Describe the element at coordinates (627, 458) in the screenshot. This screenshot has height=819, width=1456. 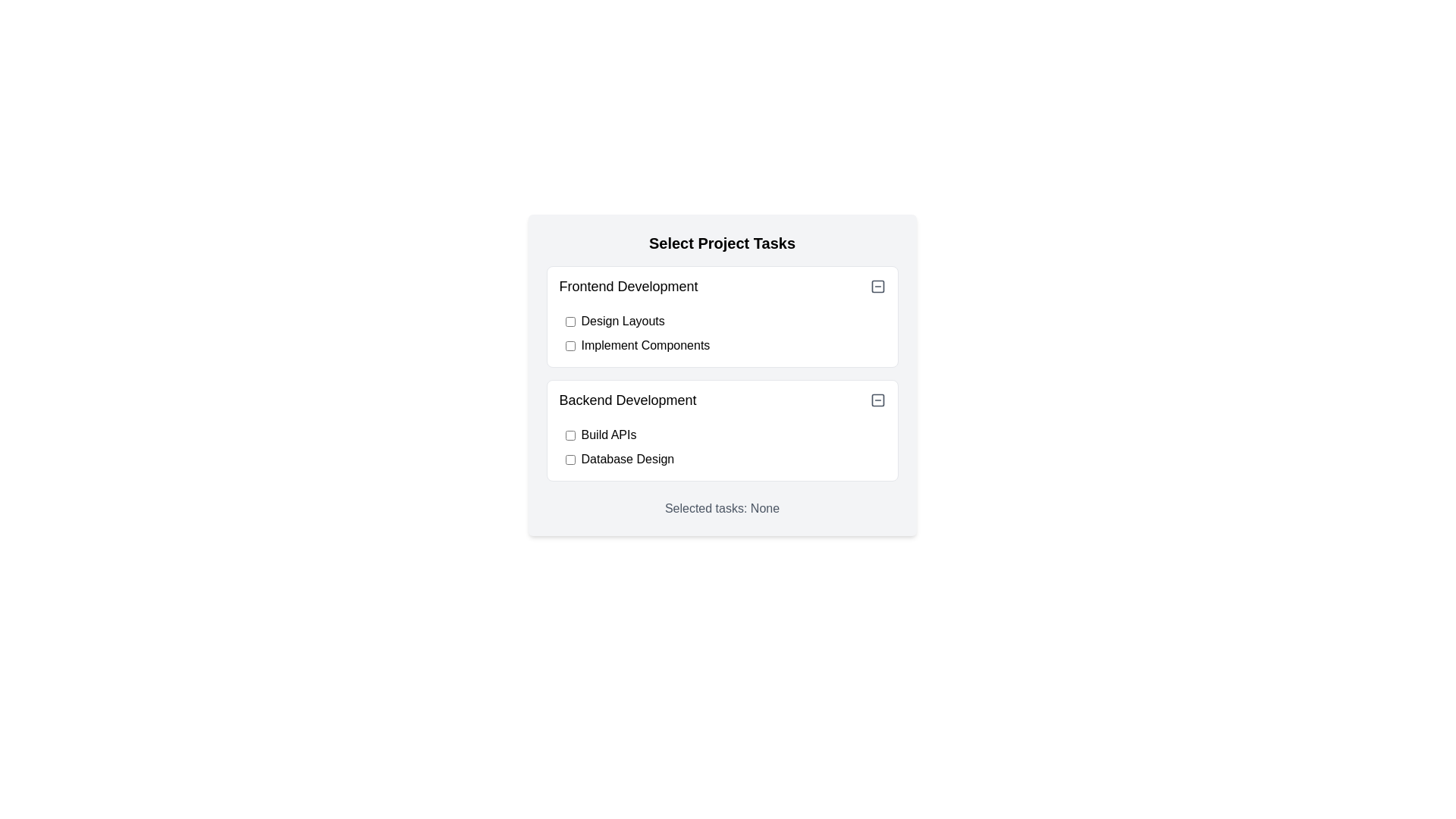
I see `the label describing the task 'Database Design' located in the 'Backend Development' section of the 'Select Project Tasks' dialog box, which is to the right of the associated checkbox` at that location.